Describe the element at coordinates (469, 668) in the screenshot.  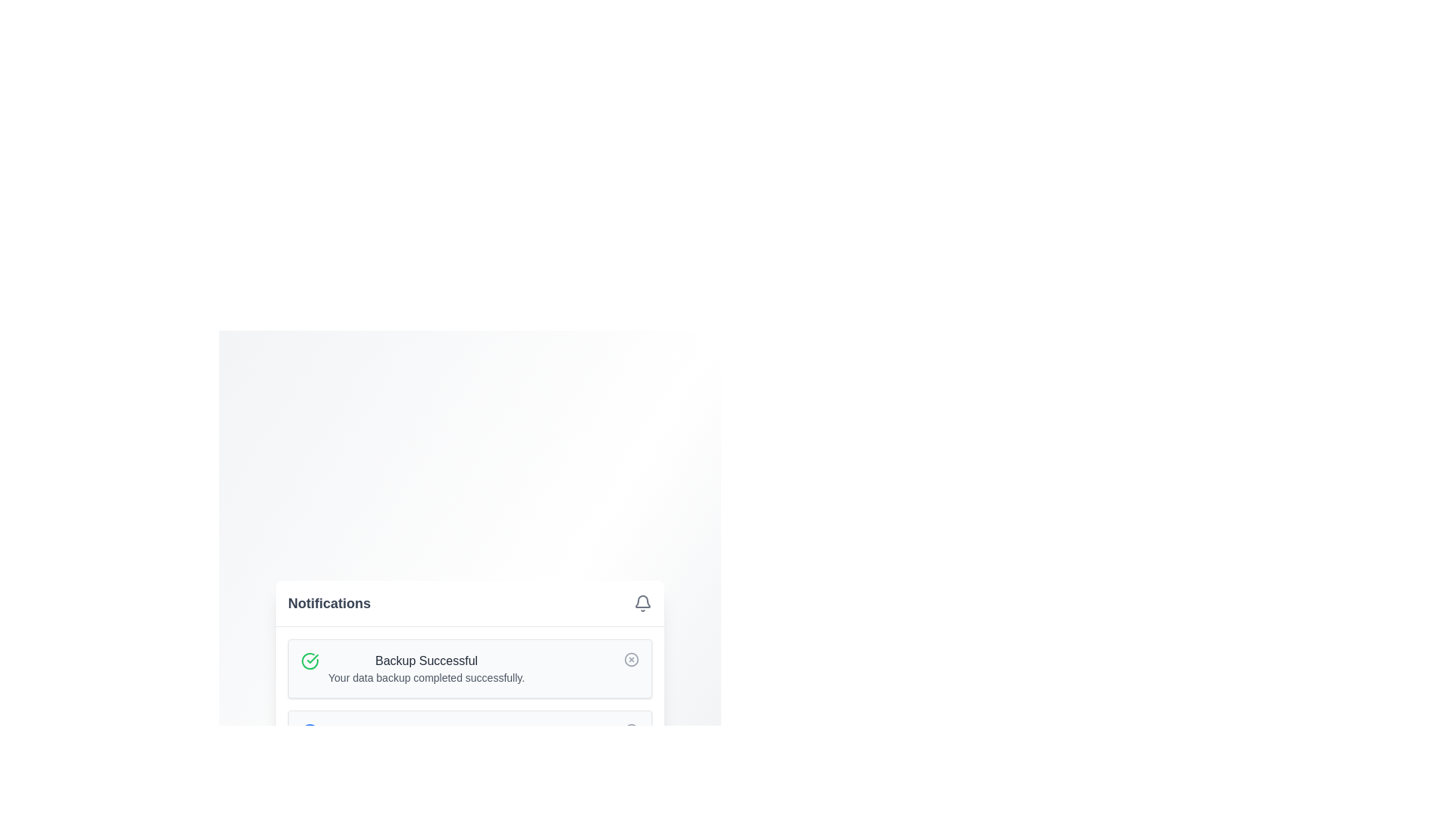
I see `the first notification card titled 'Backup Successful' with a green checkmark icon, which is located in the 'Notifications' section` at that location.